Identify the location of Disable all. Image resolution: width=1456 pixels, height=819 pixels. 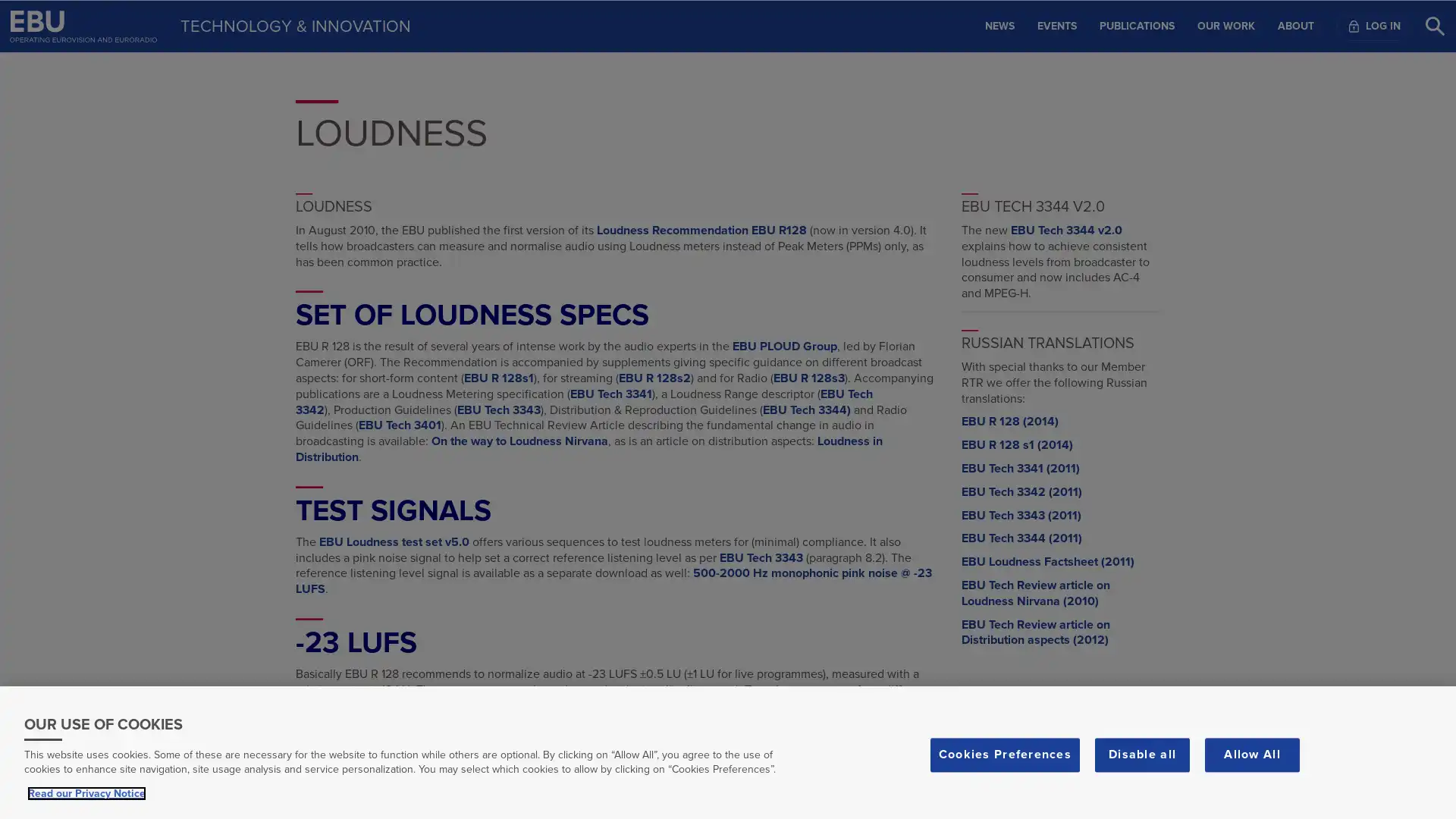
(1142, 755).